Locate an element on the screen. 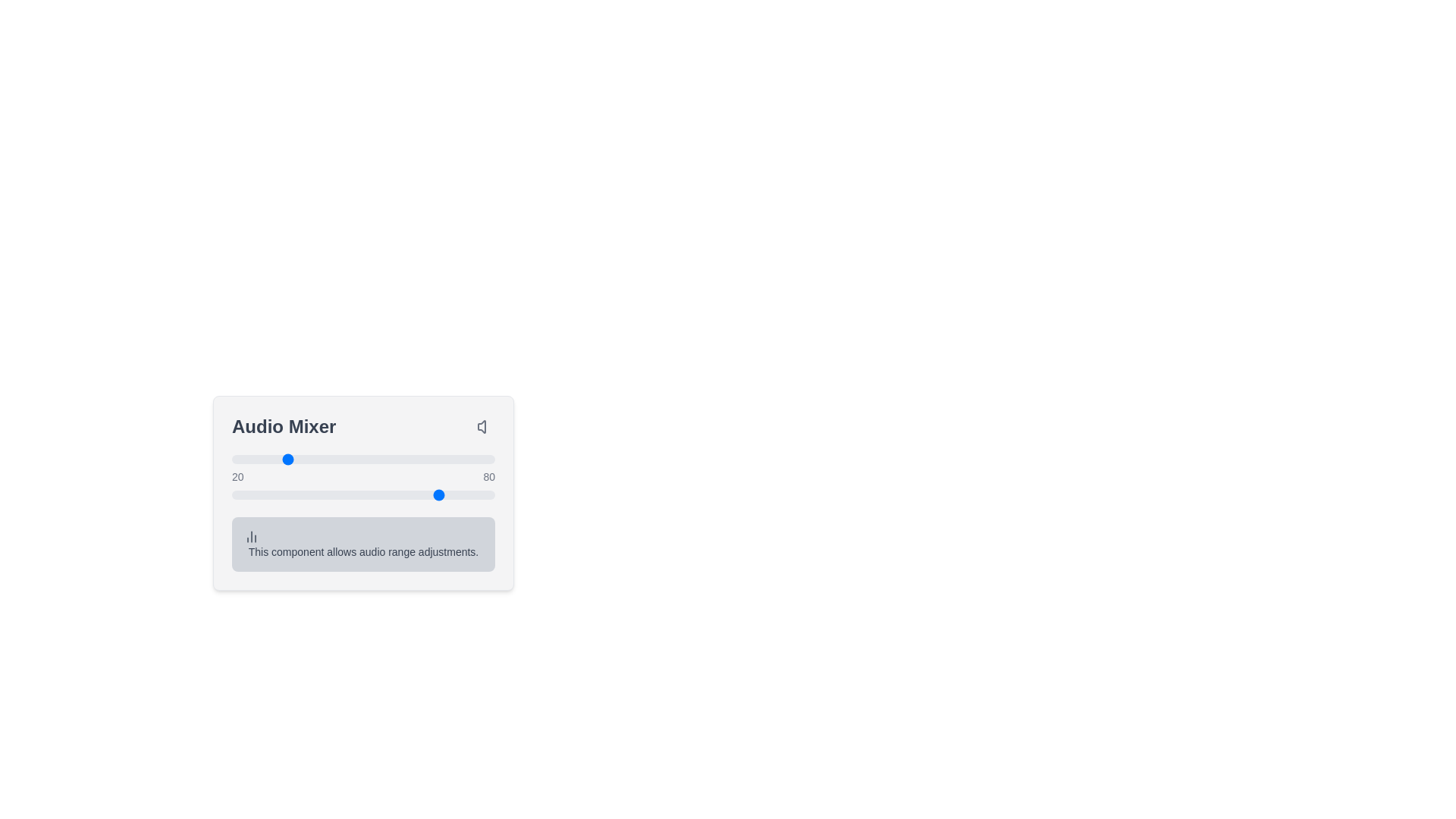 The height and width of the screenshot is (819, 1456). the slider is located at coordinates (362, 458).